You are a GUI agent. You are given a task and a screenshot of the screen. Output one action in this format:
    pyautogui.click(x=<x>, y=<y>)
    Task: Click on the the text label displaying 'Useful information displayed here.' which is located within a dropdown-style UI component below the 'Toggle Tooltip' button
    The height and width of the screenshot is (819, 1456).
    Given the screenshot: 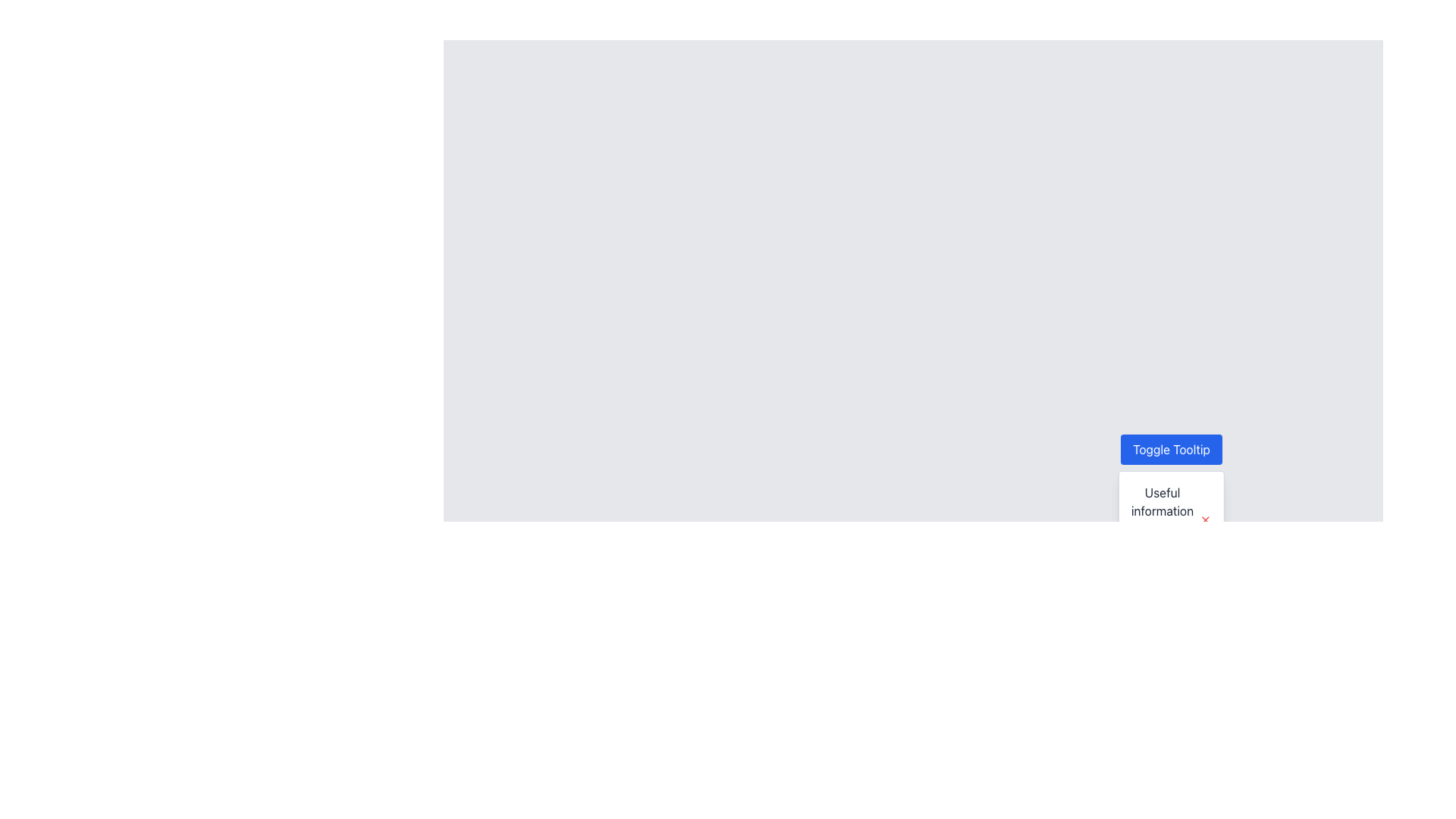 What is the action you would take?
    pyautogui.click(x=1161, y=519)
    